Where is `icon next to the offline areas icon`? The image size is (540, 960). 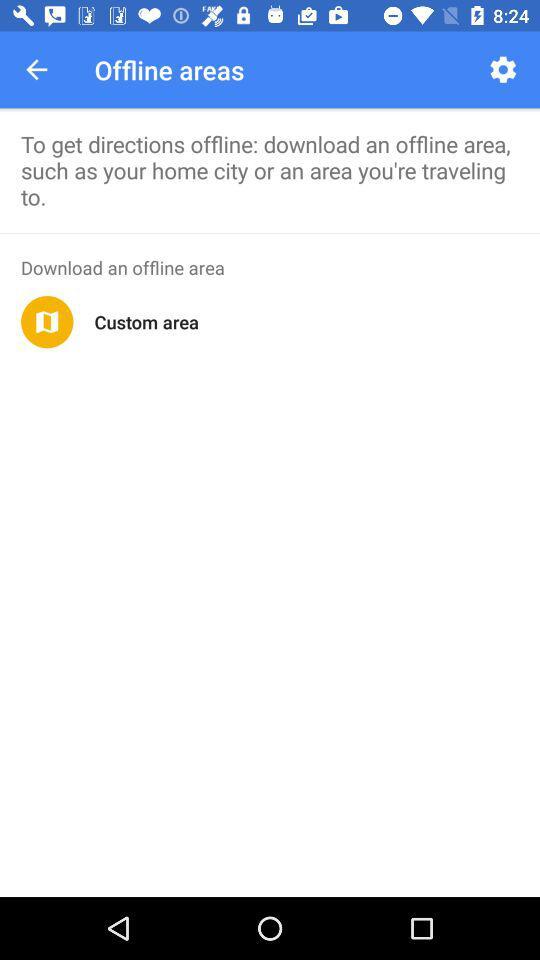 icon next to the offline areas icon is located at coordinates (502, 69).